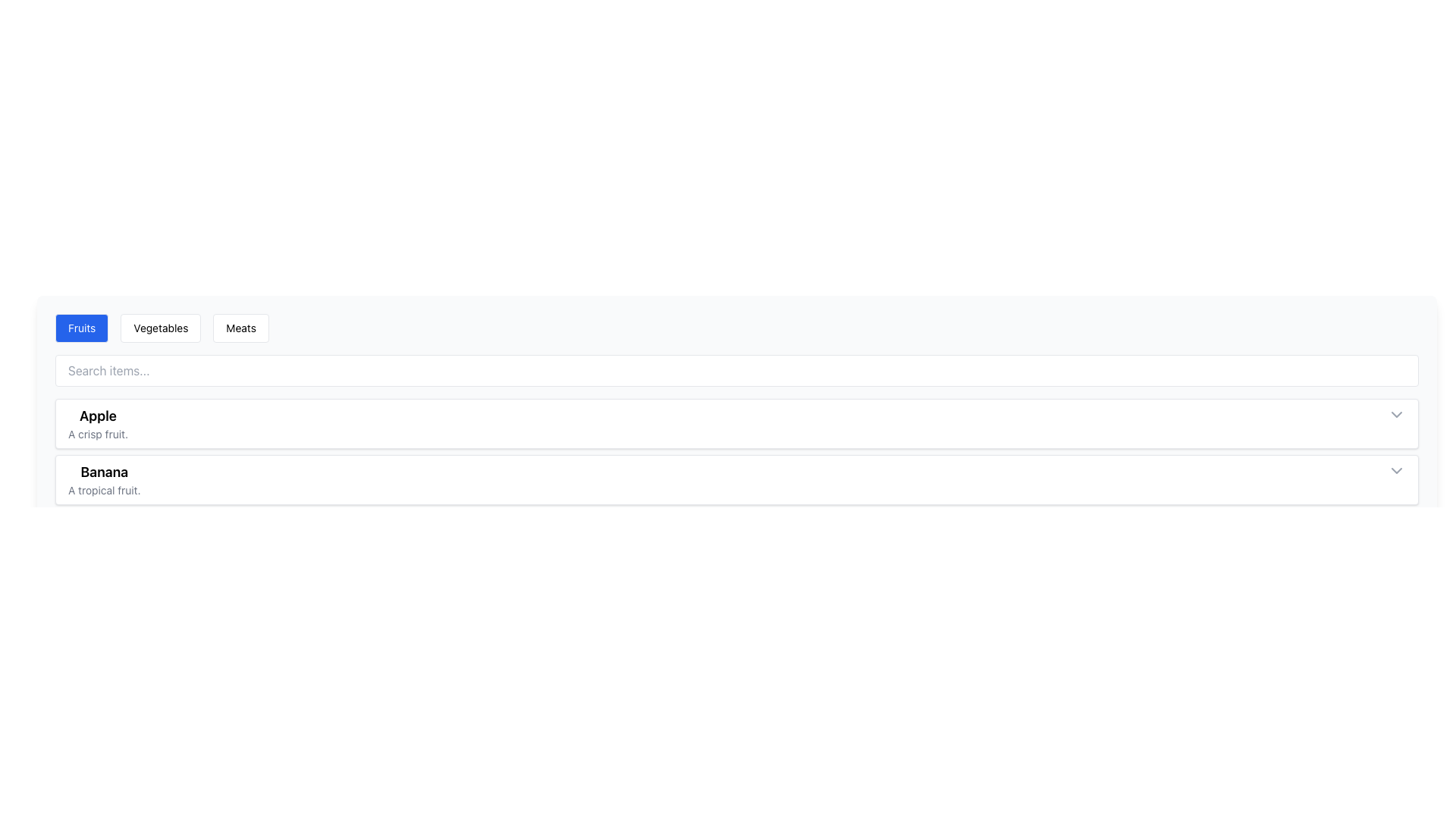 The image size is (1456, 819). What do you see at coordinates (103, 479) in the screenshot?
I see `the List Item Display element that shows information about 'Banana', positioned below the 'Apple' item` at bounding box center [103, 479].